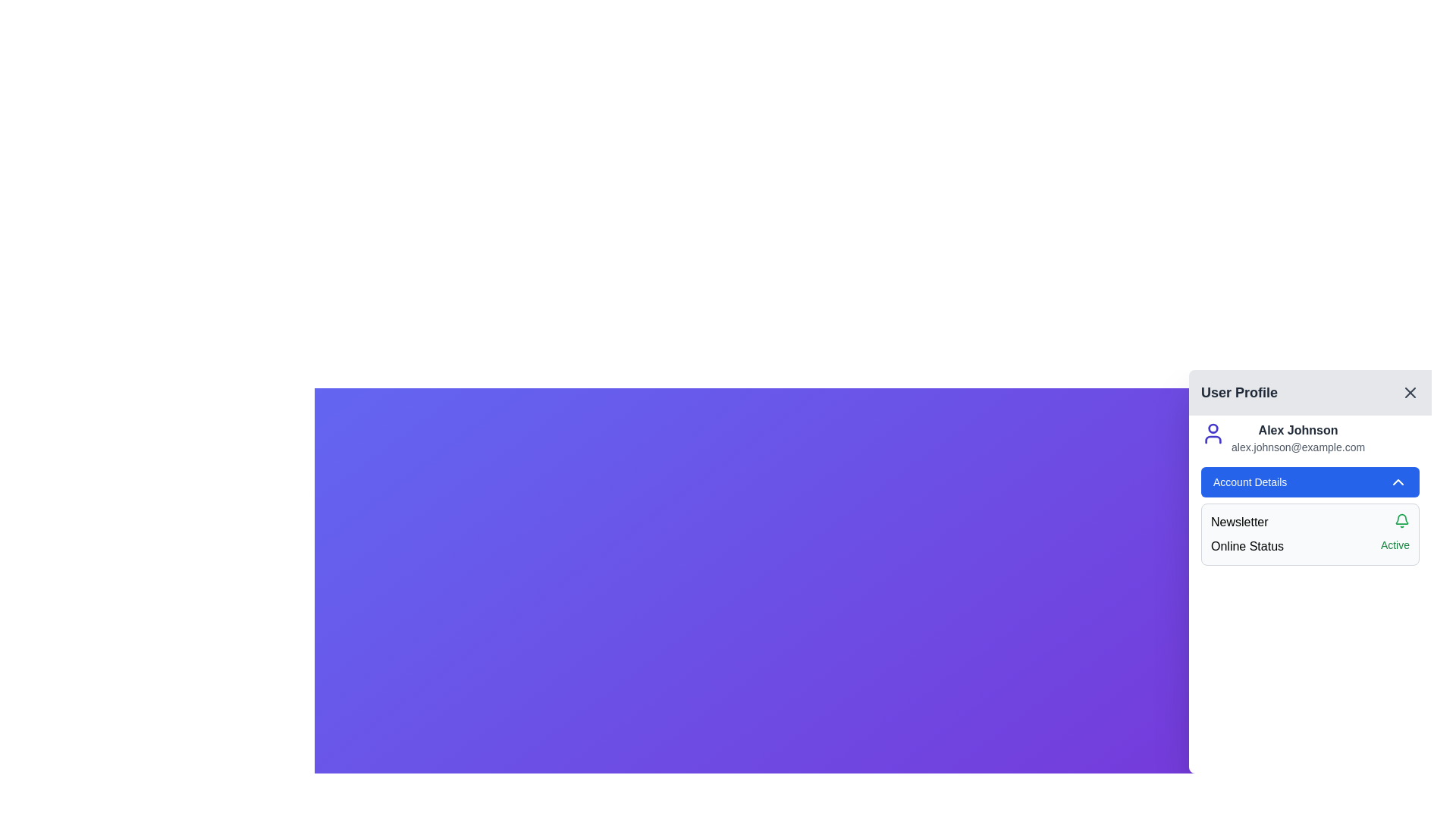  What do you see at coordinates (1397, 482) in the screenshot?
I see `the Chevron-Up icon located on the right-most side of the 'Account Details' button` at bounding box center [1397, 482].